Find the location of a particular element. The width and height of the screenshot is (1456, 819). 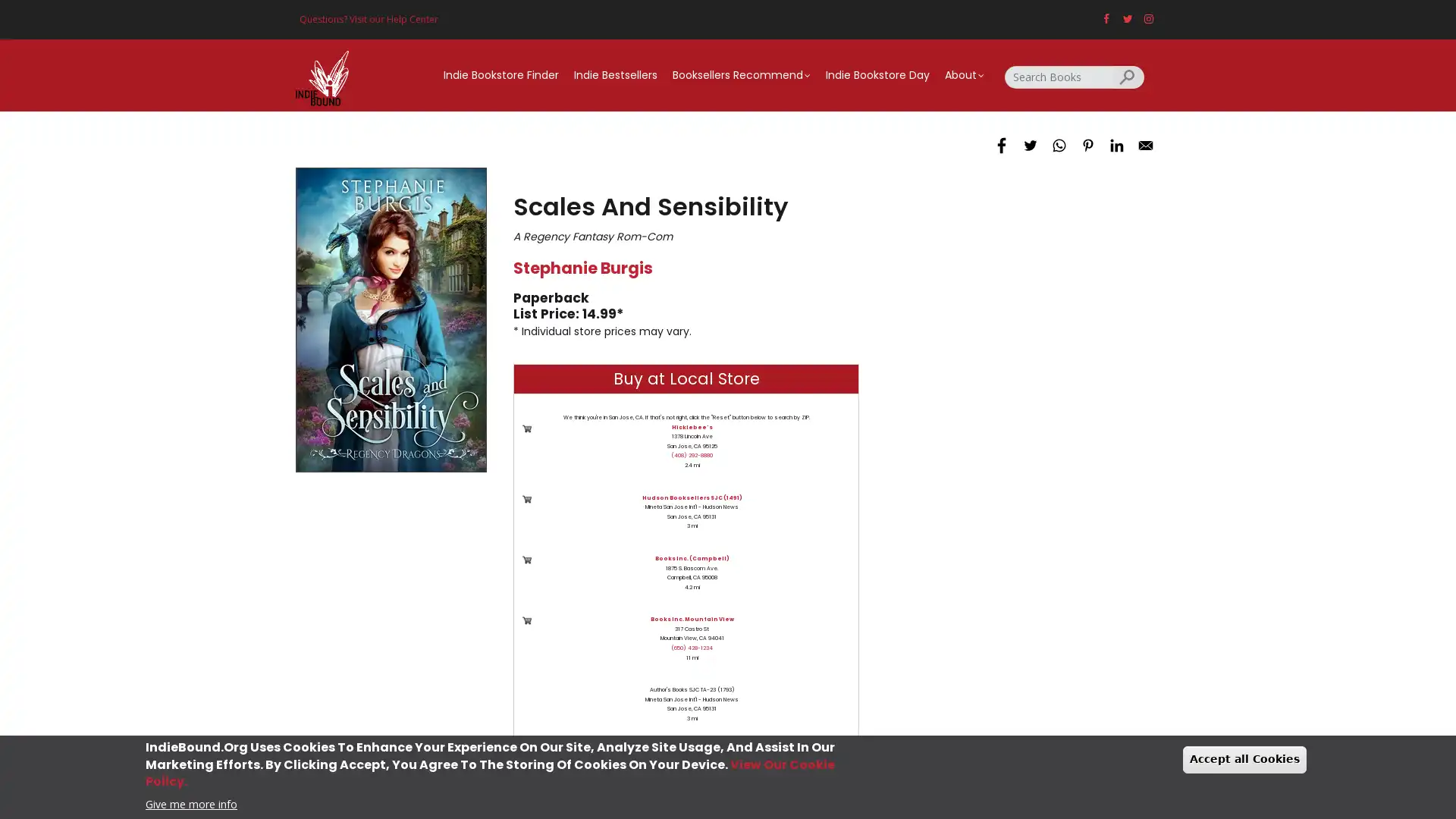

Show 5 More is located at coordinates (716, 765).